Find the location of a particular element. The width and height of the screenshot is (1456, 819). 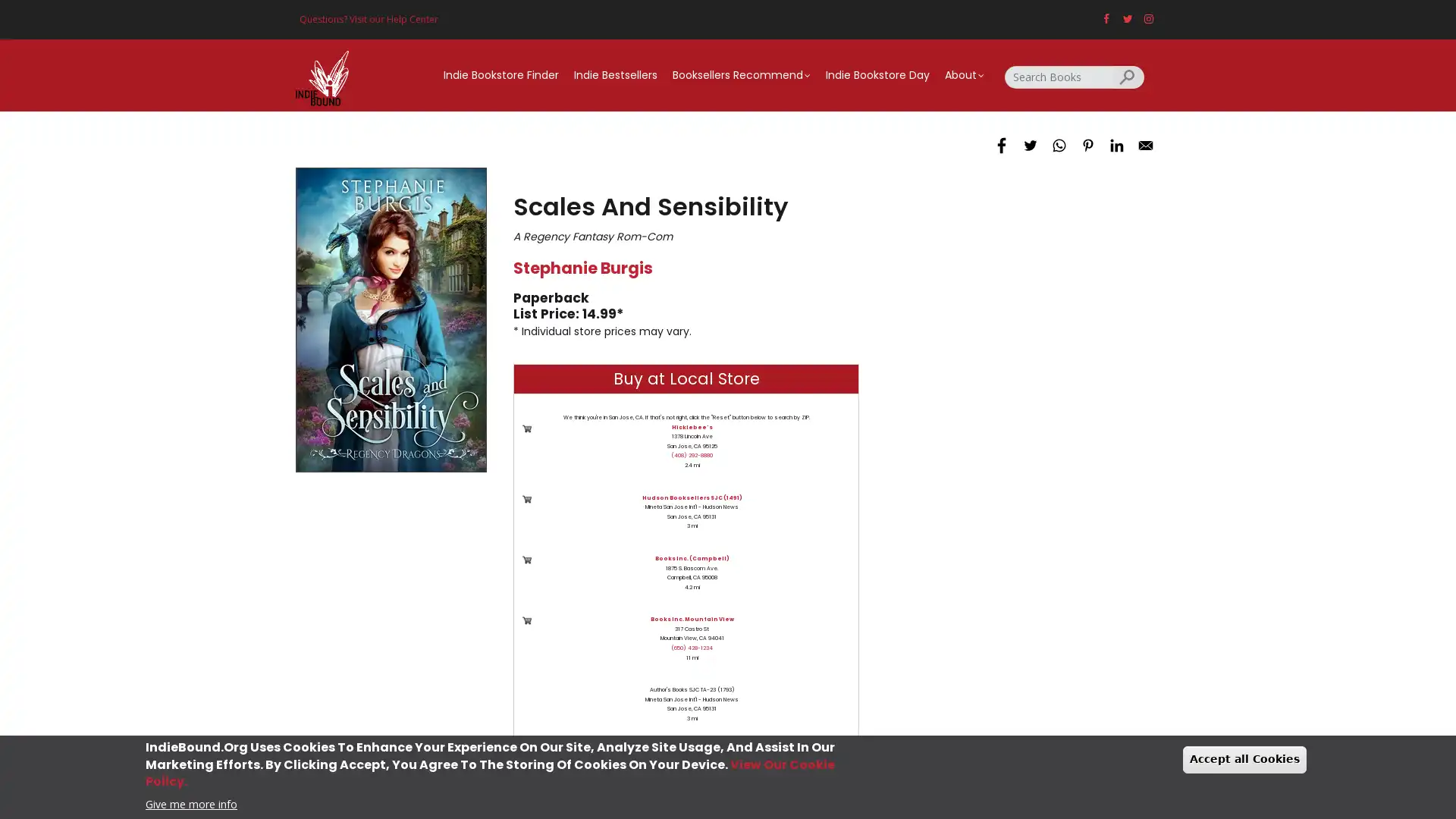

Show 5 More is located at coordinates (716, 765).